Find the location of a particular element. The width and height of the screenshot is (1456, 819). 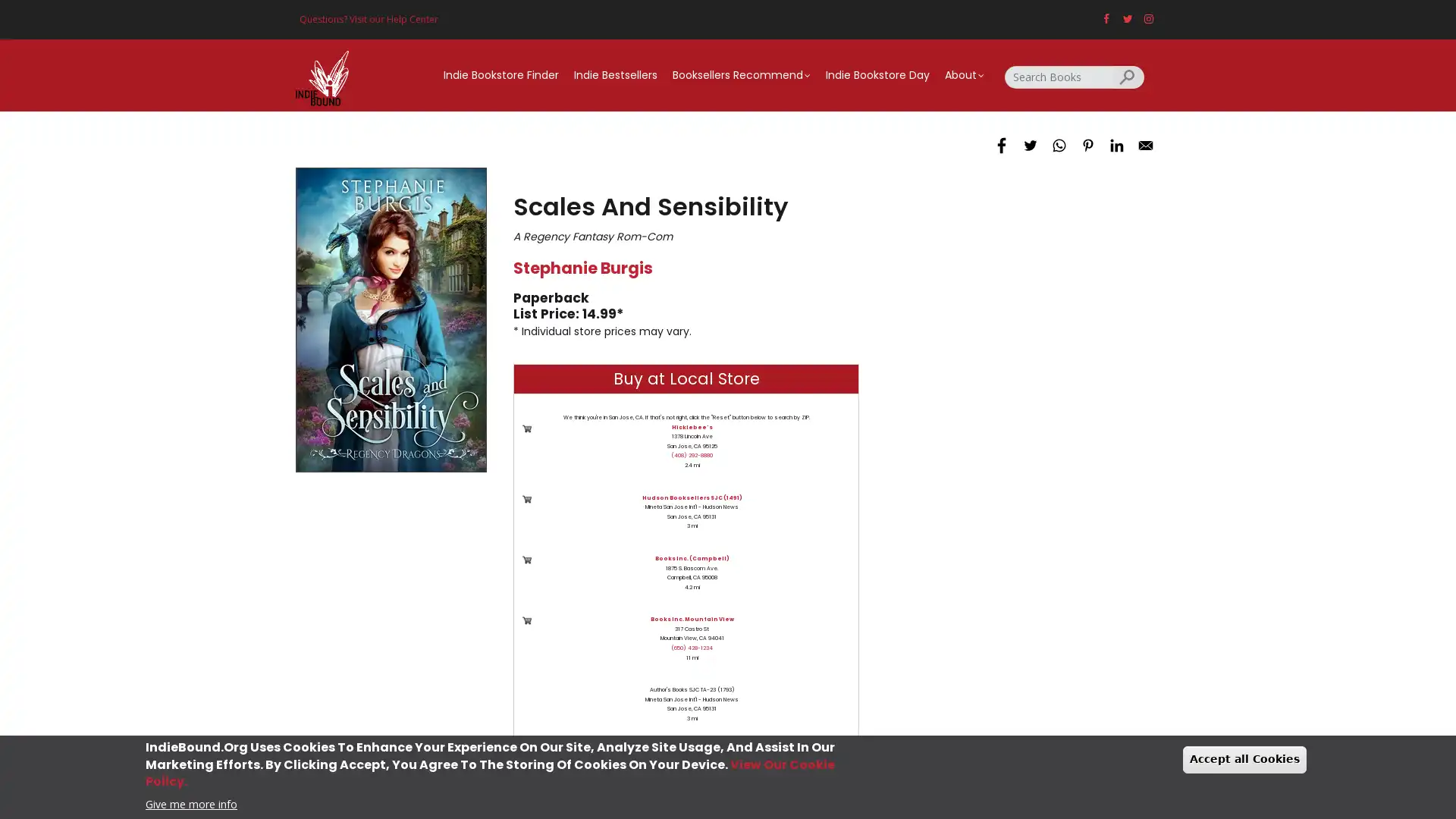

Show 5 More is located at coordinates (716, 765).